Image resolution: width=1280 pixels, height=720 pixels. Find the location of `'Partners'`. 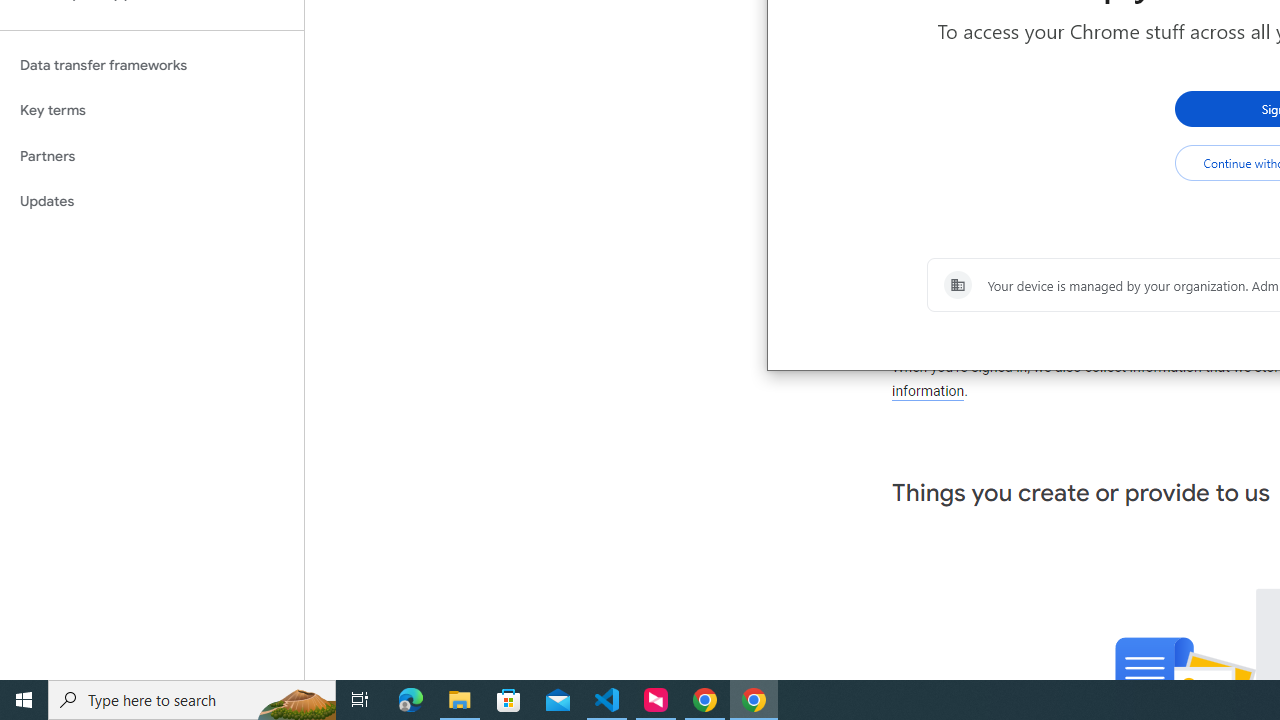

'Partners' is located at coordinates (151, 155).